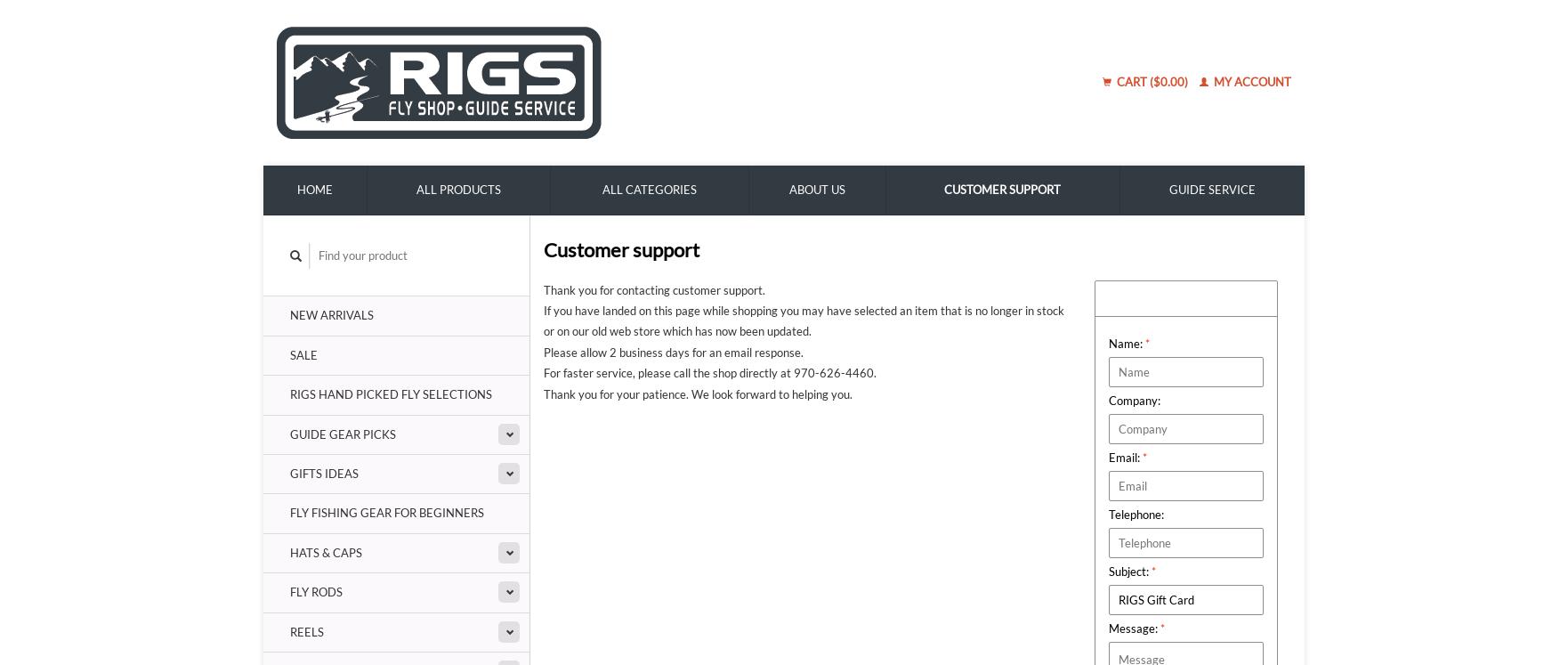 The image size is (1568, 665). What do you see at coordinates (1108, 628) in the screenshot?
I see `'Message:'` at bounding box center [1108, 628].